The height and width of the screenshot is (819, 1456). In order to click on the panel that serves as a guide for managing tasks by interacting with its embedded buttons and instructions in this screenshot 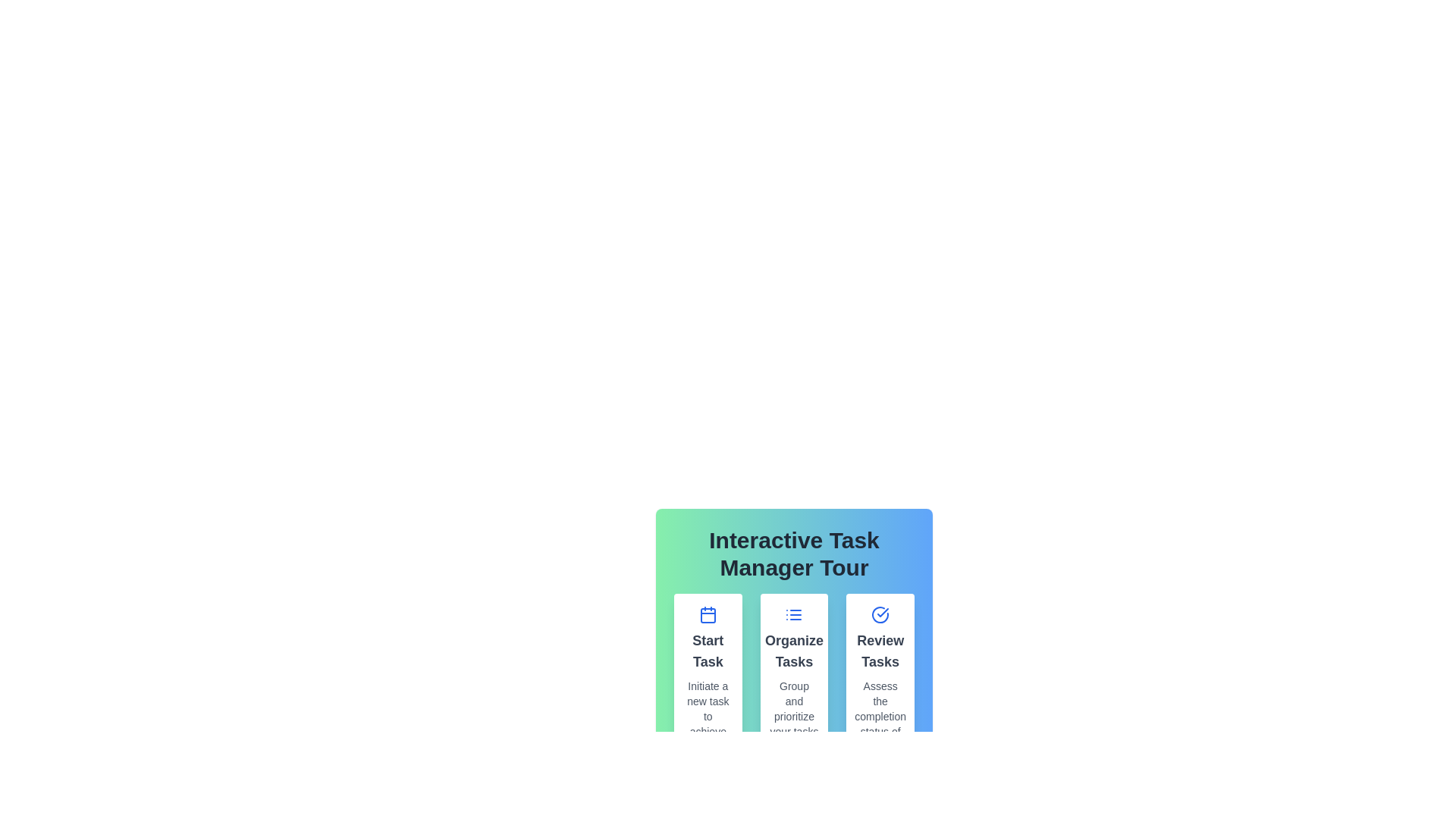, I will do `click(793, 610)`.